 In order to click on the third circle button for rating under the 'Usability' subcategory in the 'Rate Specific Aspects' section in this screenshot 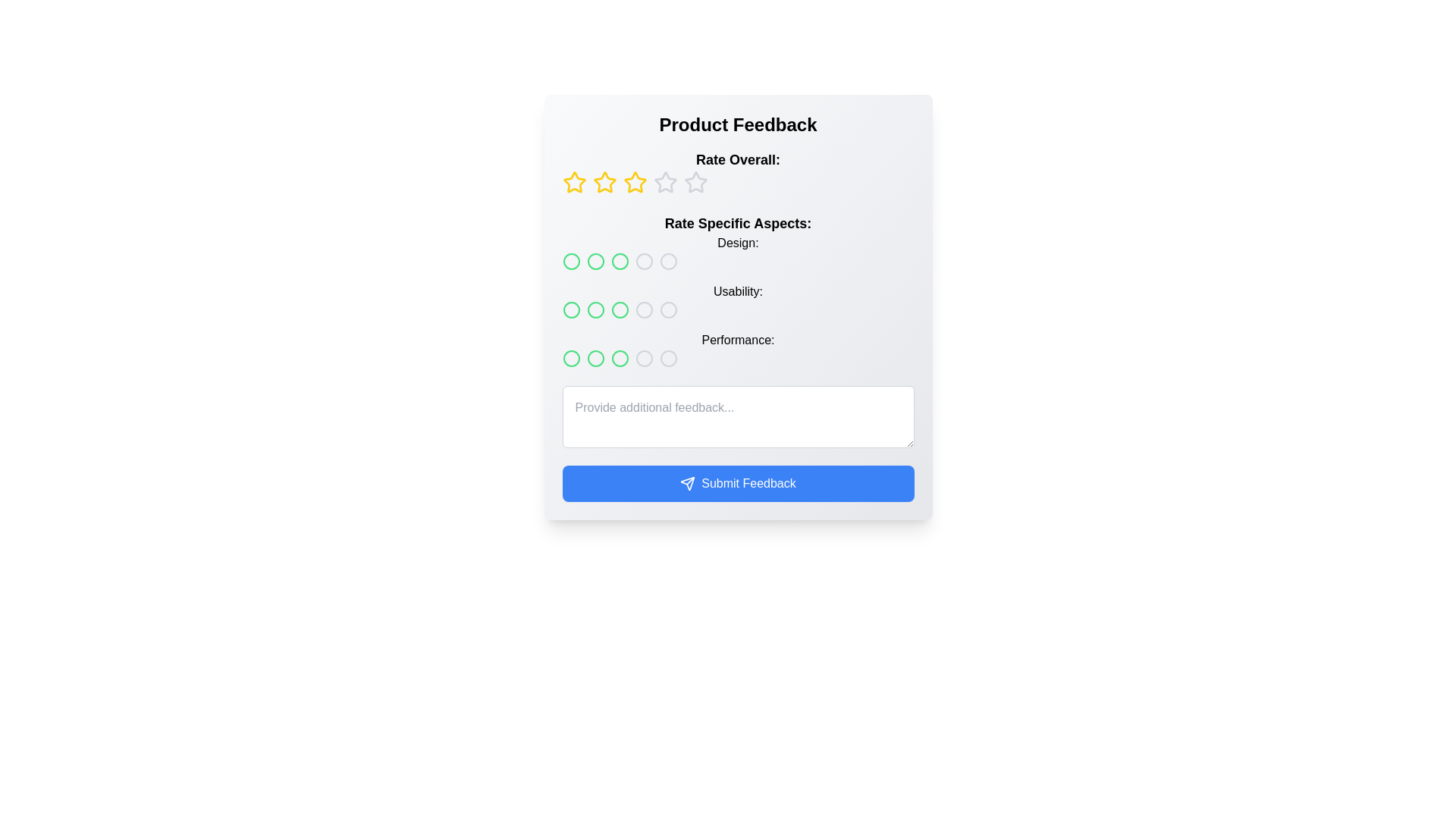, I will do `click(620, 309)`.